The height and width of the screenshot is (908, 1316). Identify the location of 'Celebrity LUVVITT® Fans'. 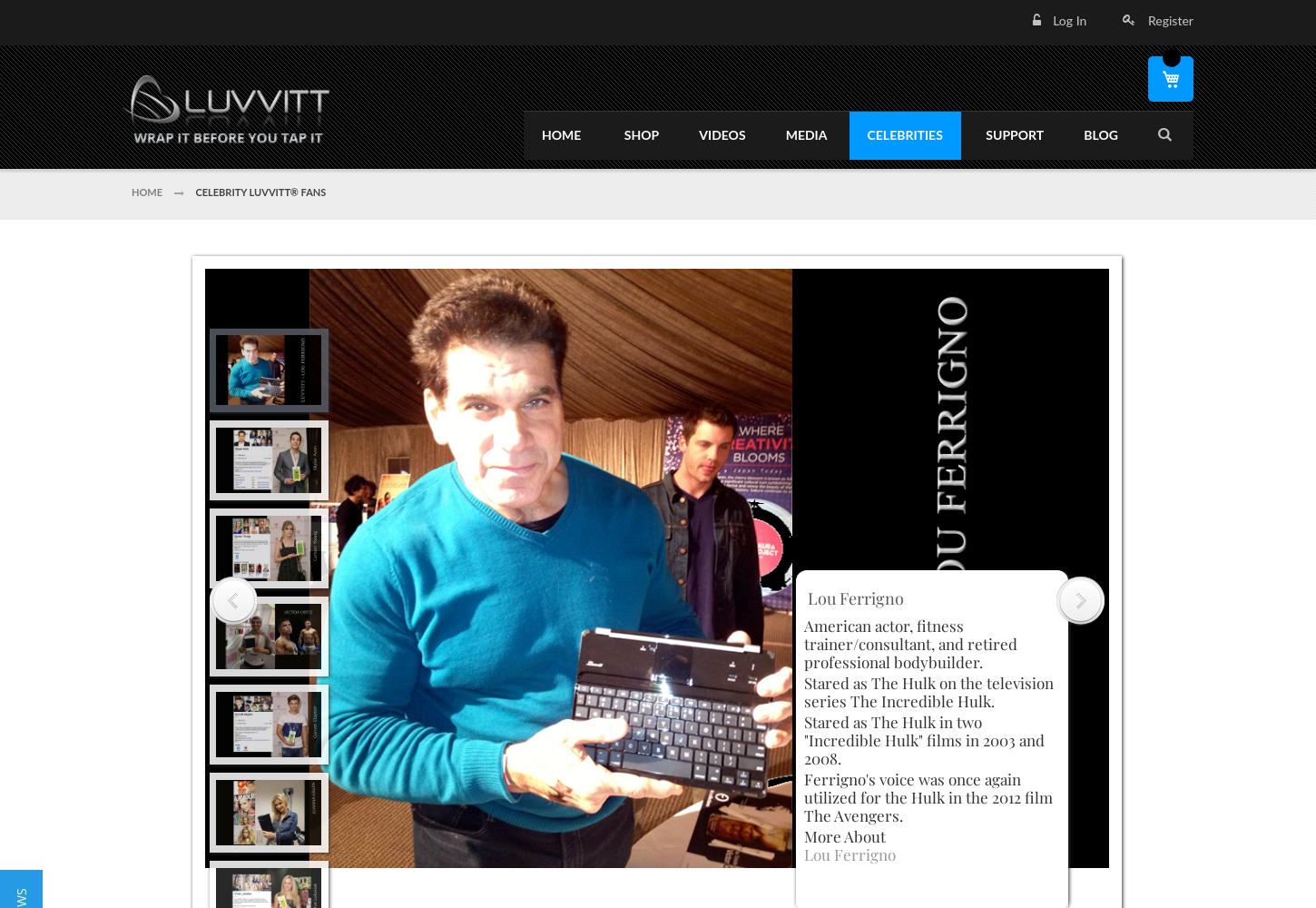
(260, 191).